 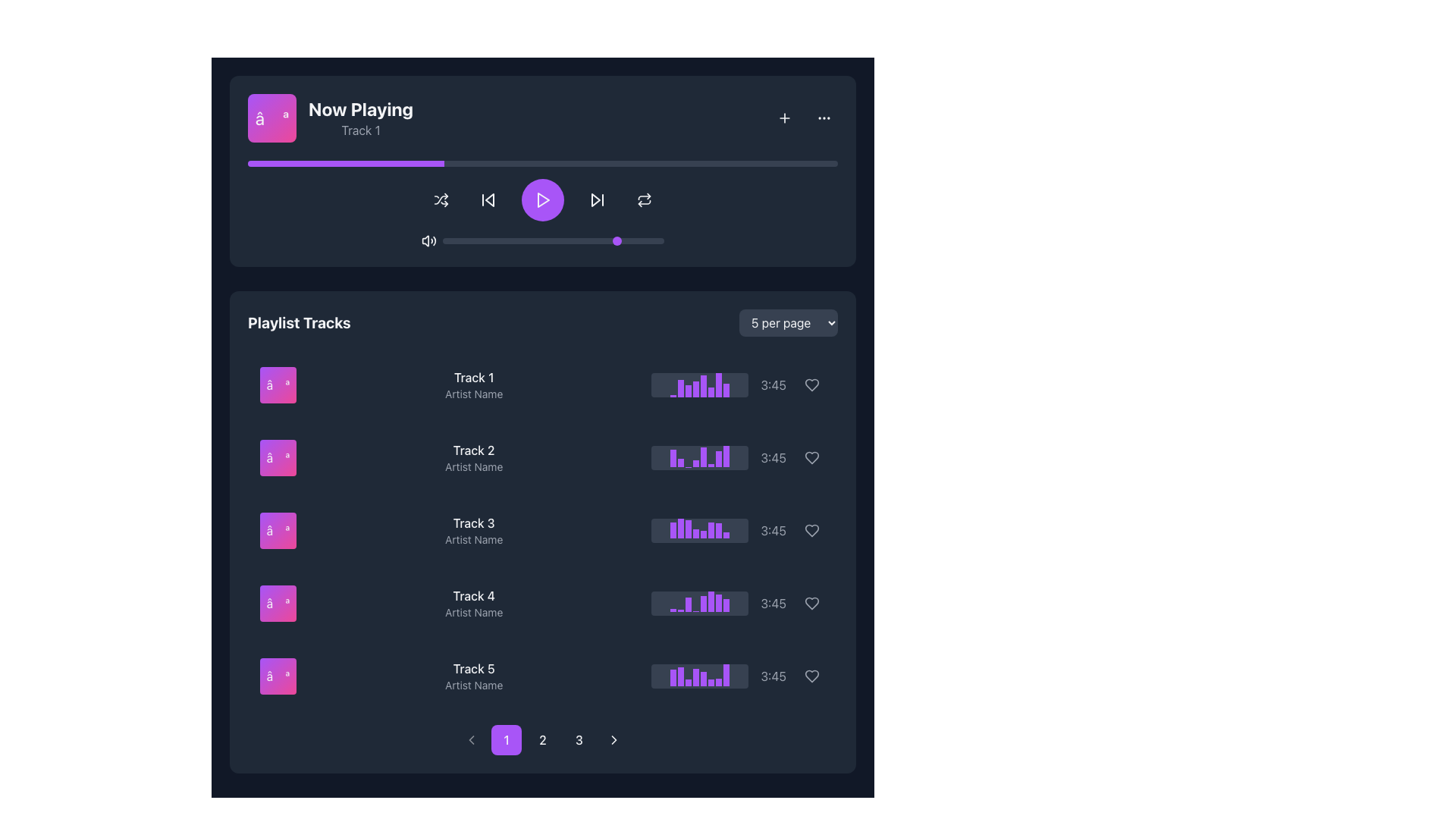 What do you see at coordinates (677, 164) in the screenshot?
I see `playback progress` at bounding box center [677, 164].